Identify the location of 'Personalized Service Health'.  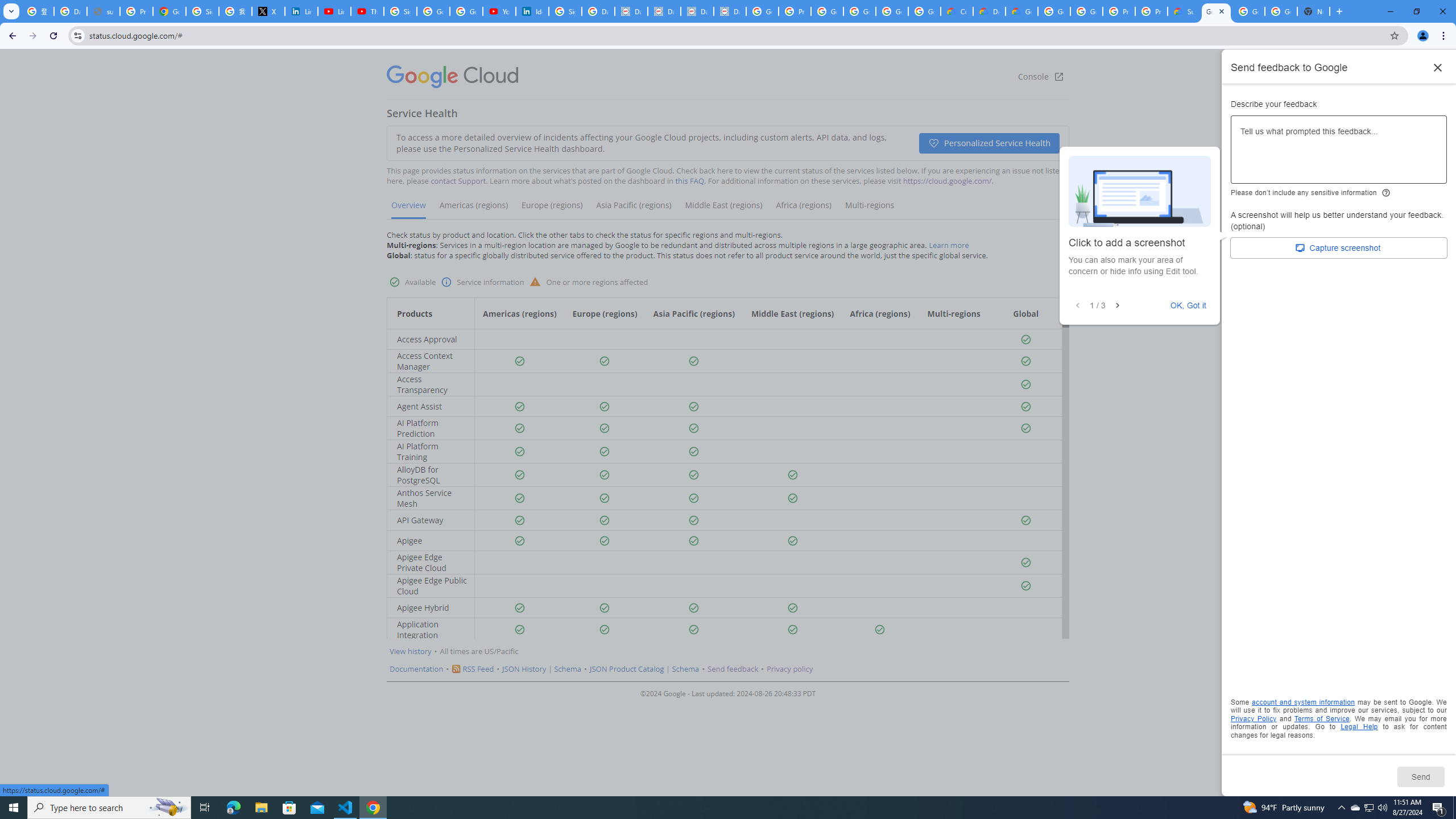
(988, 142).